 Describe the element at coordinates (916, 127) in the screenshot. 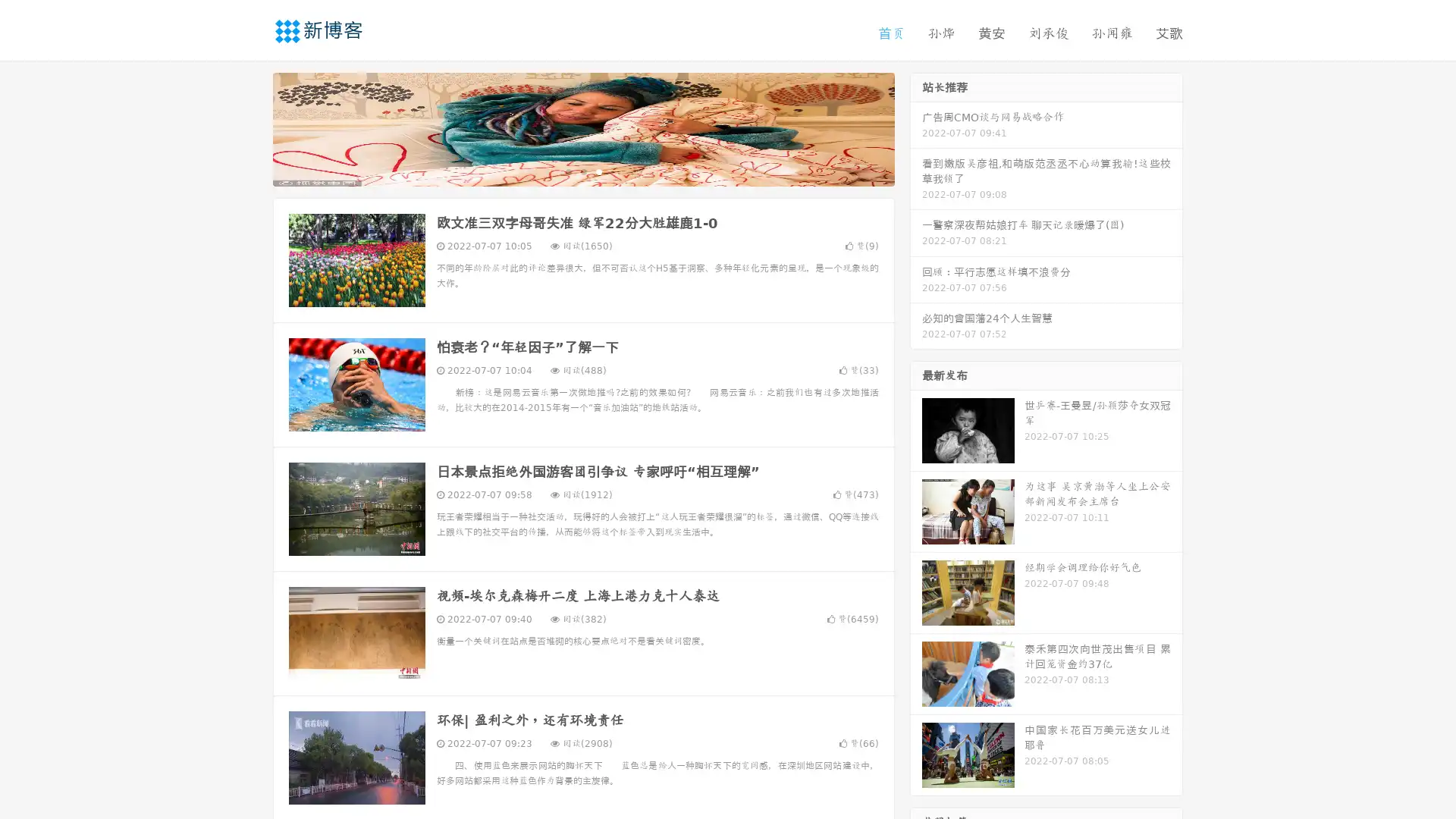

I see `Next slide` at that location.